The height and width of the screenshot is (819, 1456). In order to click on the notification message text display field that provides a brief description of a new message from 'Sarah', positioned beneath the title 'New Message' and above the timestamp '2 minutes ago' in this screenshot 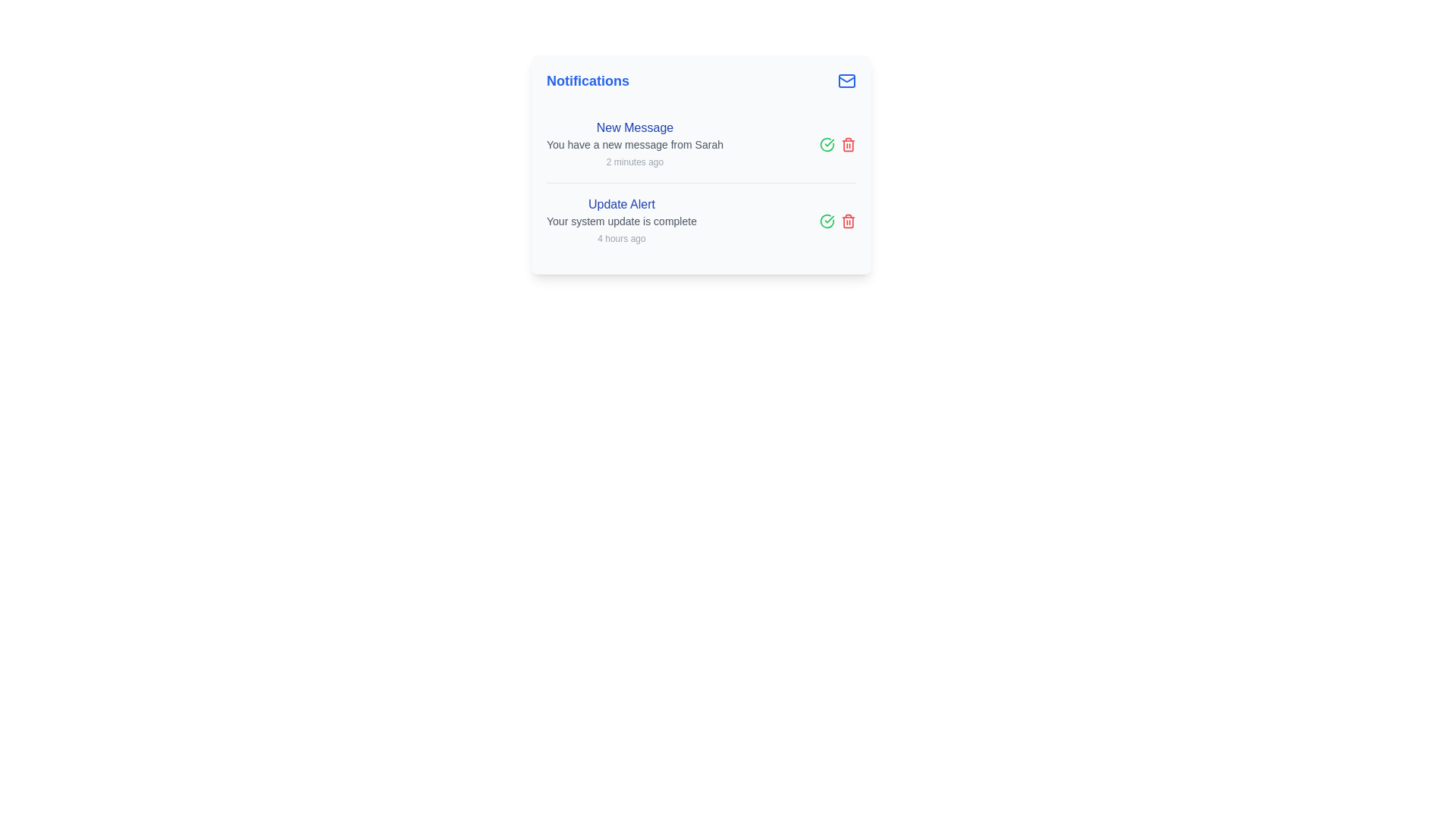, I will do `click(635, 145)`.